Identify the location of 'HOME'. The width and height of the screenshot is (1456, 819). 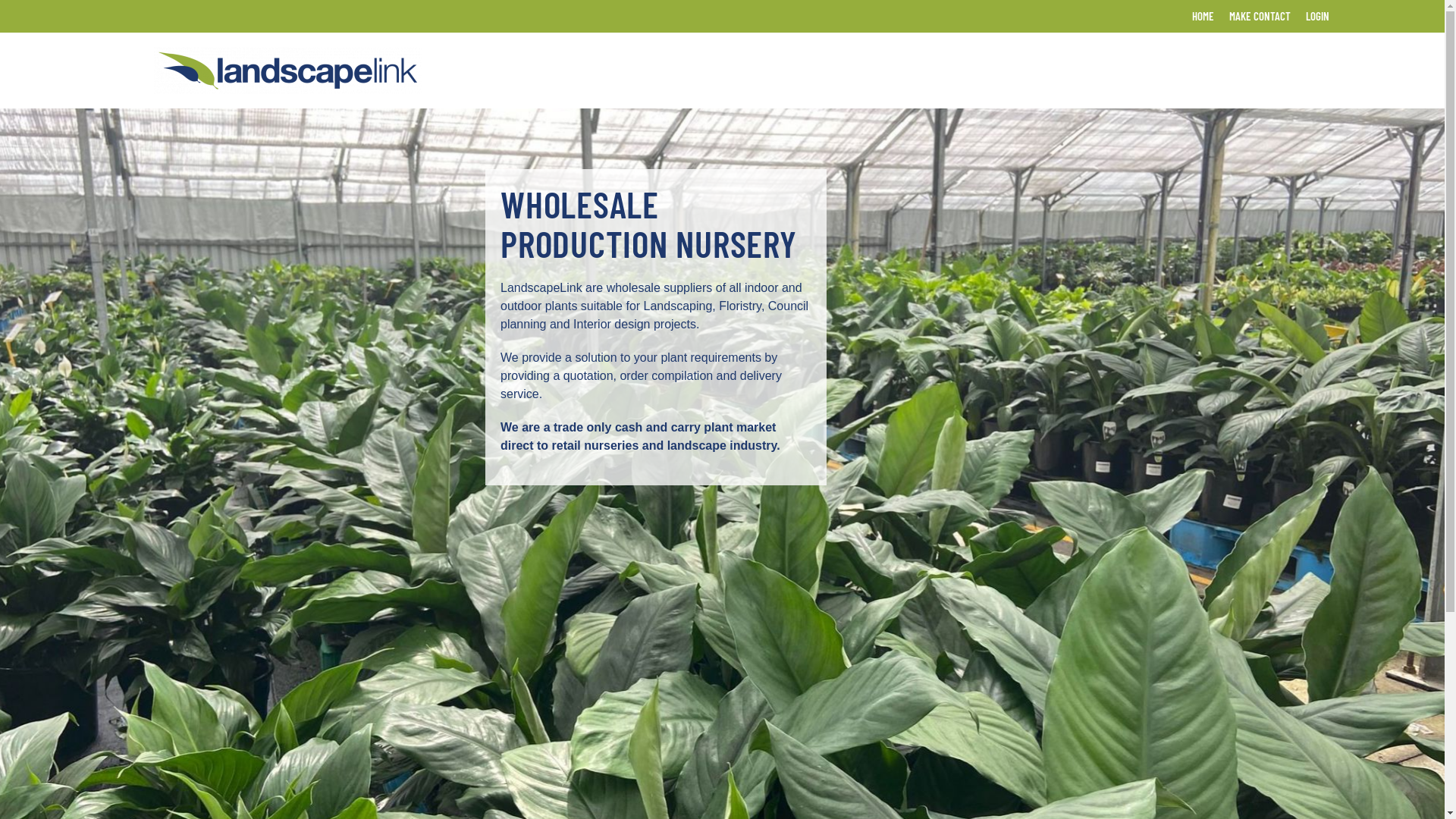
(1202, 16).